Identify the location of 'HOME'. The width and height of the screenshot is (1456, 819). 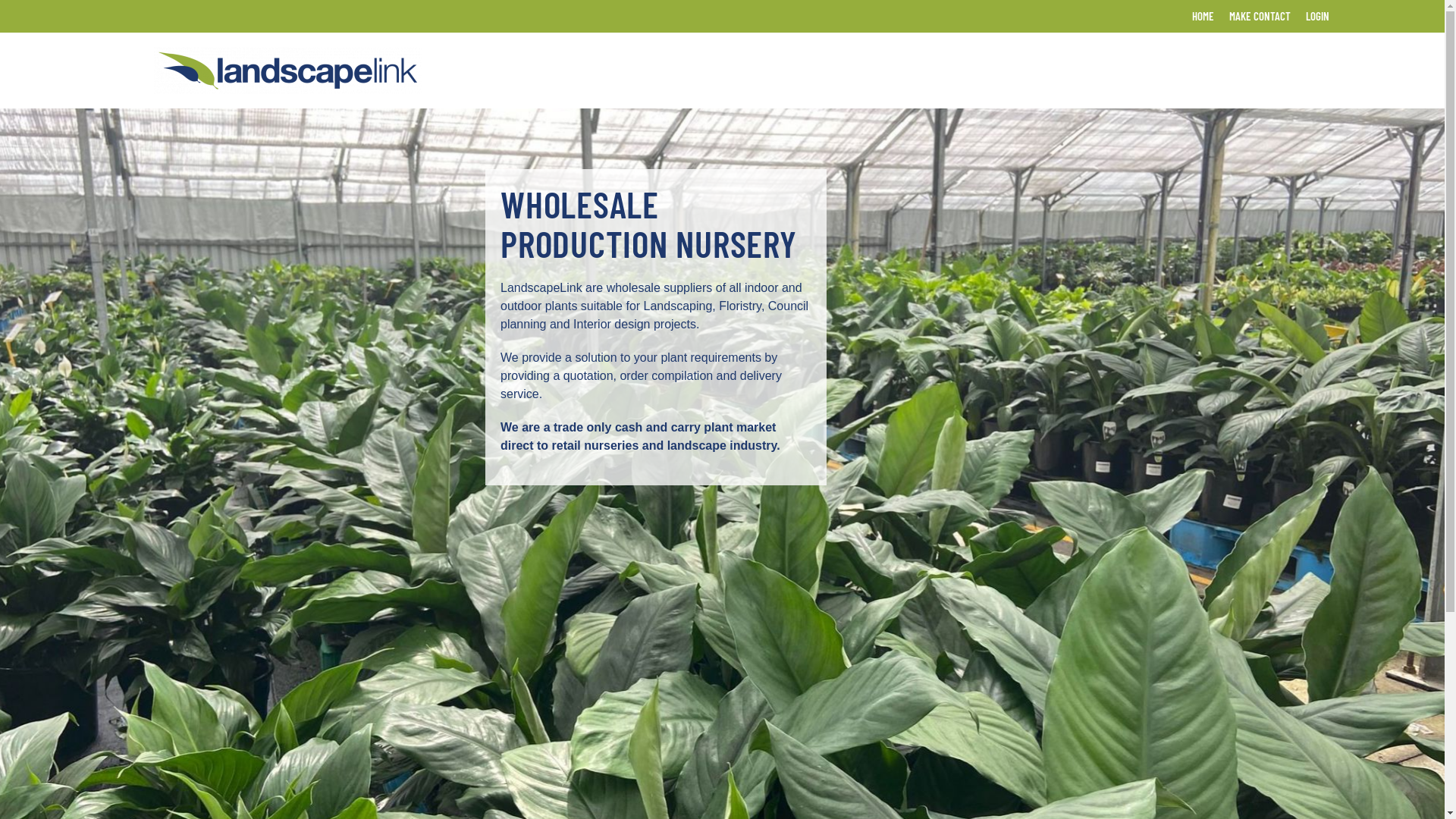
(1202, 16).